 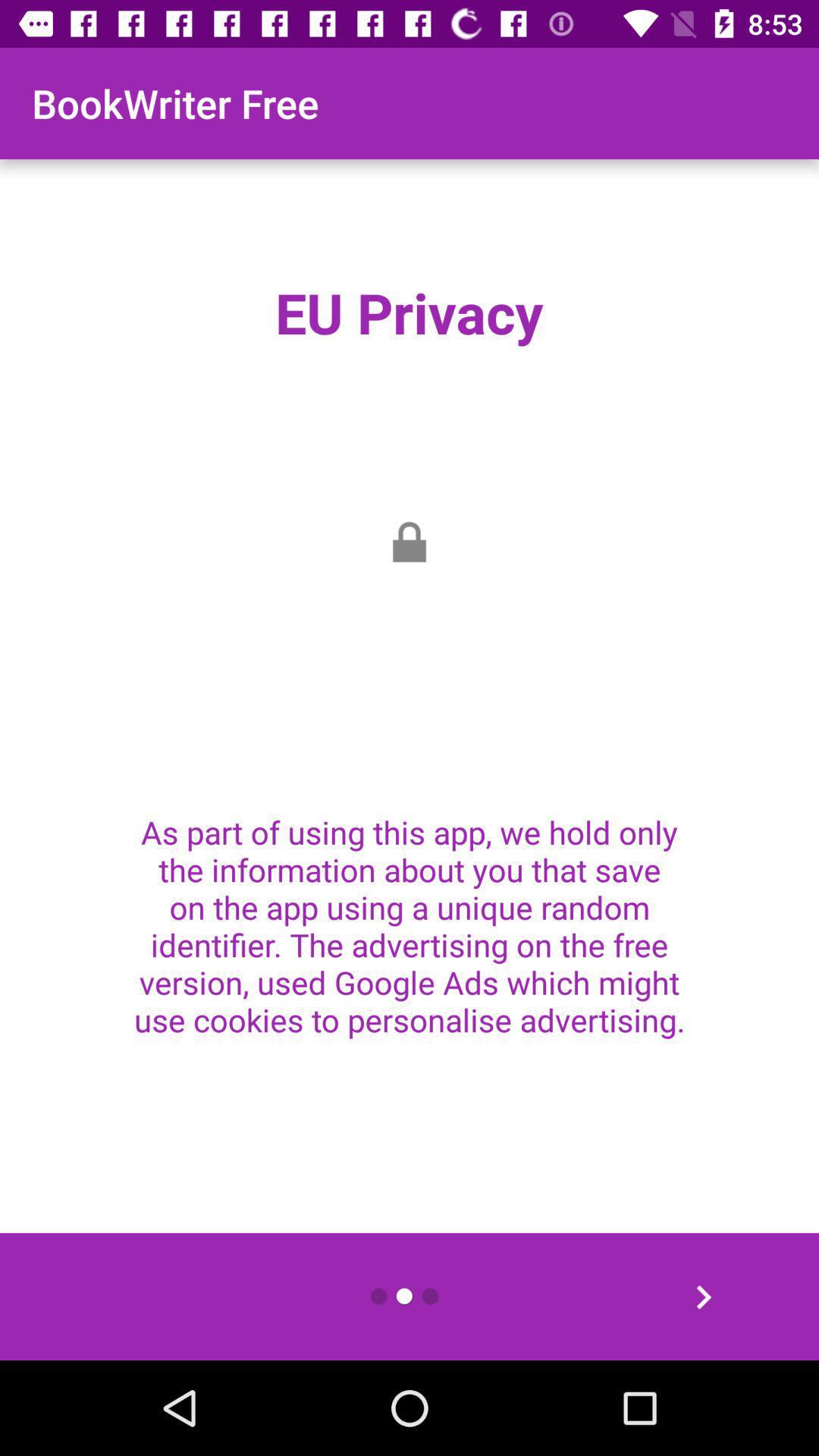 I want to click on the arrow_forward icon, so click(x=703, y=1296).